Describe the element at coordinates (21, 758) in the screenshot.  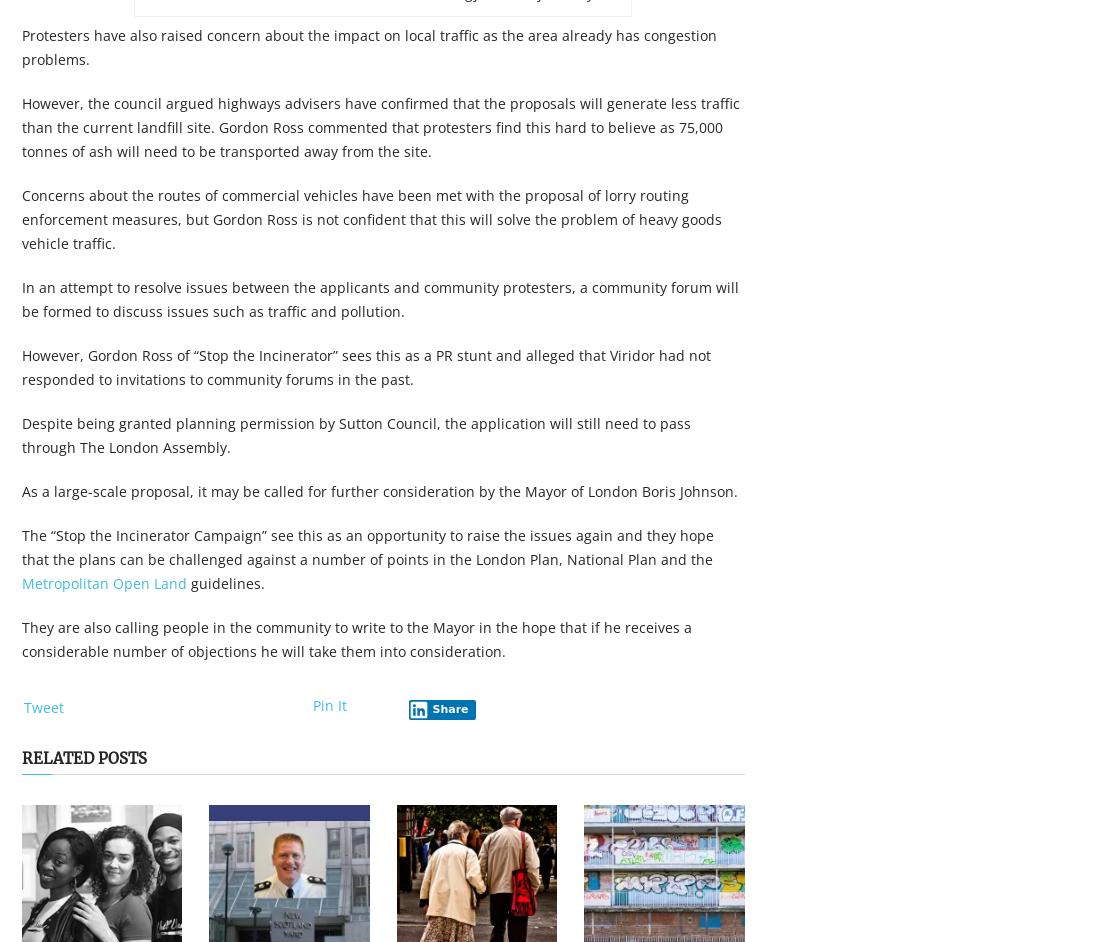
I see `'Related Posts'` at that location.